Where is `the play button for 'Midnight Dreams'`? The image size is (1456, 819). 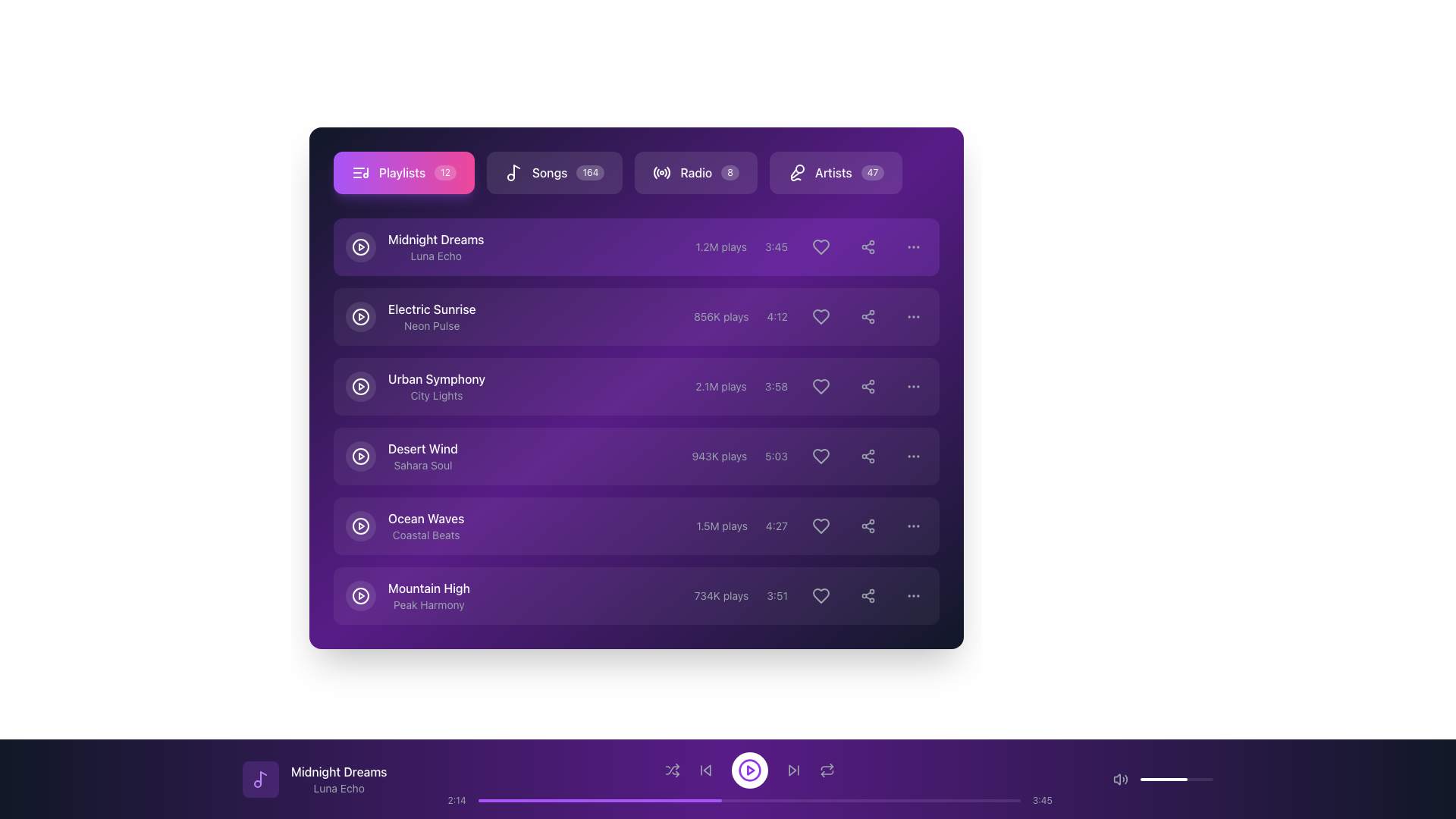 the play button for 'Midnight Dreams' is located at coordinates (359, 246).